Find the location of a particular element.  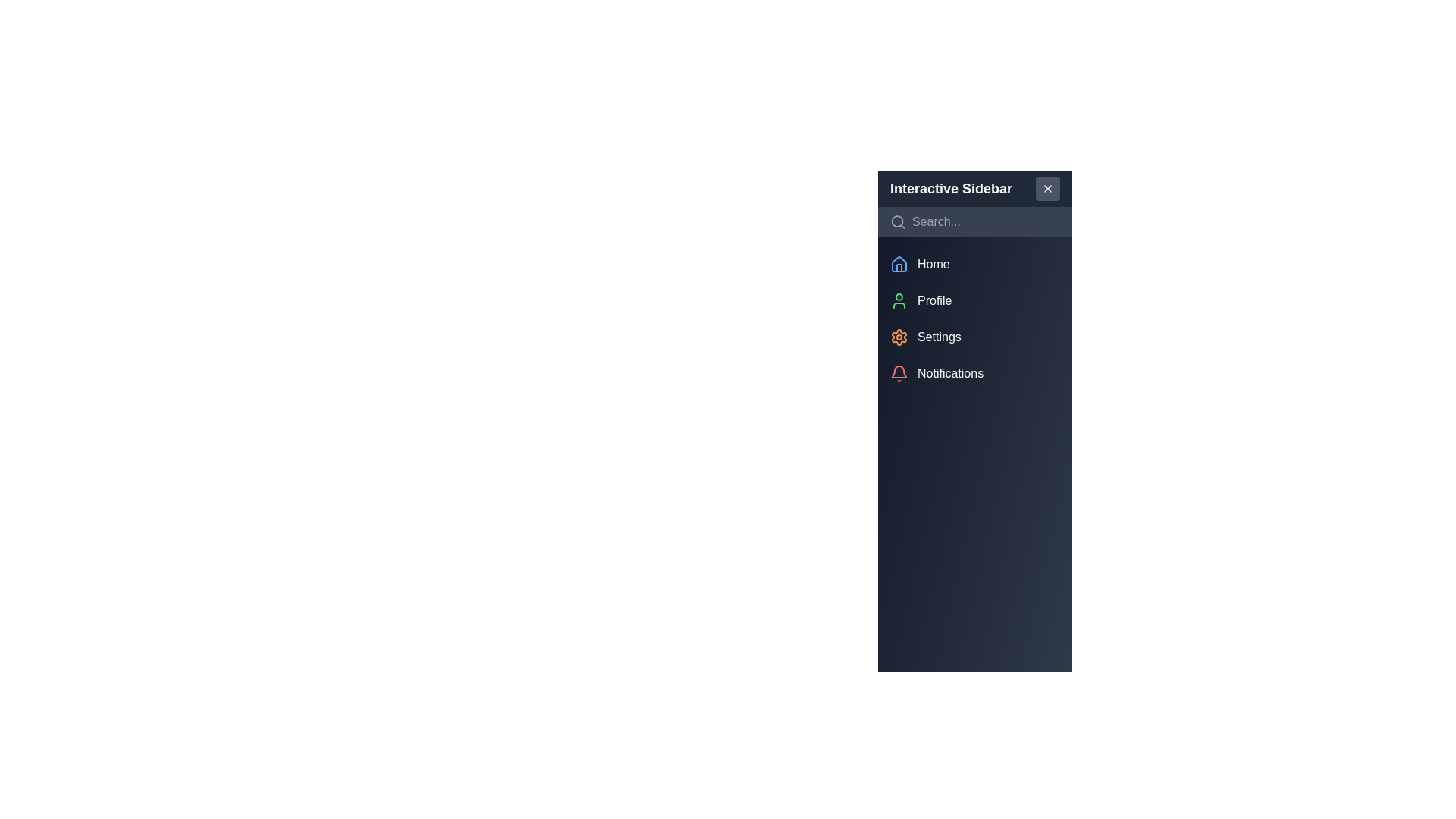

the search icon located in the horizontal top bar of the sidebar, which serves as a visual indicator for the search functionality is located at coordinates (898, 222).